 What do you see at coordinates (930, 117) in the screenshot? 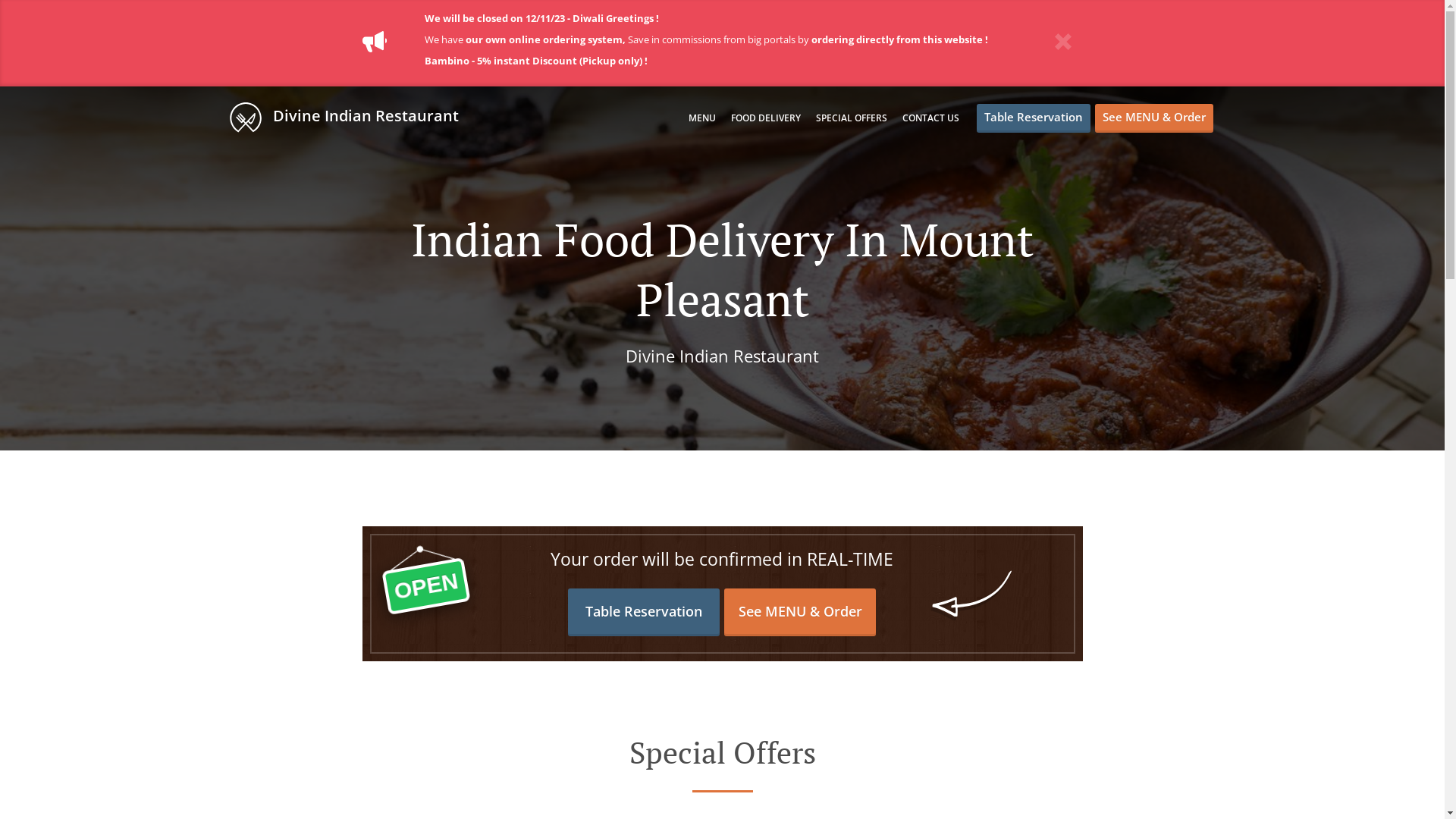
I see `'CONTACT US'` at bounding box center [930, 117].